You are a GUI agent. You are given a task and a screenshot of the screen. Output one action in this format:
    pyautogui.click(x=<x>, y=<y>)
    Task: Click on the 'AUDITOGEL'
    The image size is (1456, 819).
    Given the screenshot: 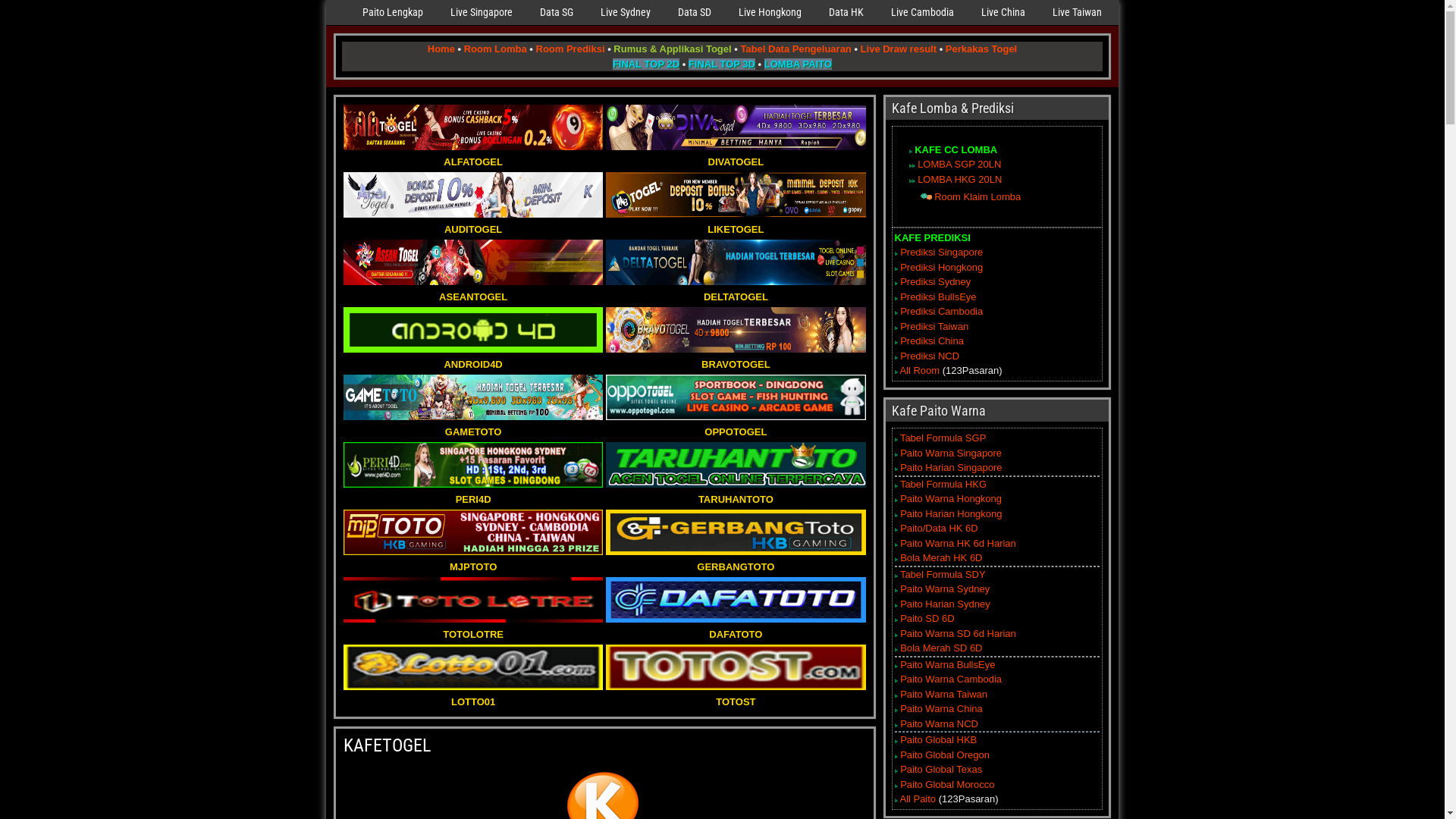 What is the action you would take?
    pyautogui.click(x=472, y=221)
    